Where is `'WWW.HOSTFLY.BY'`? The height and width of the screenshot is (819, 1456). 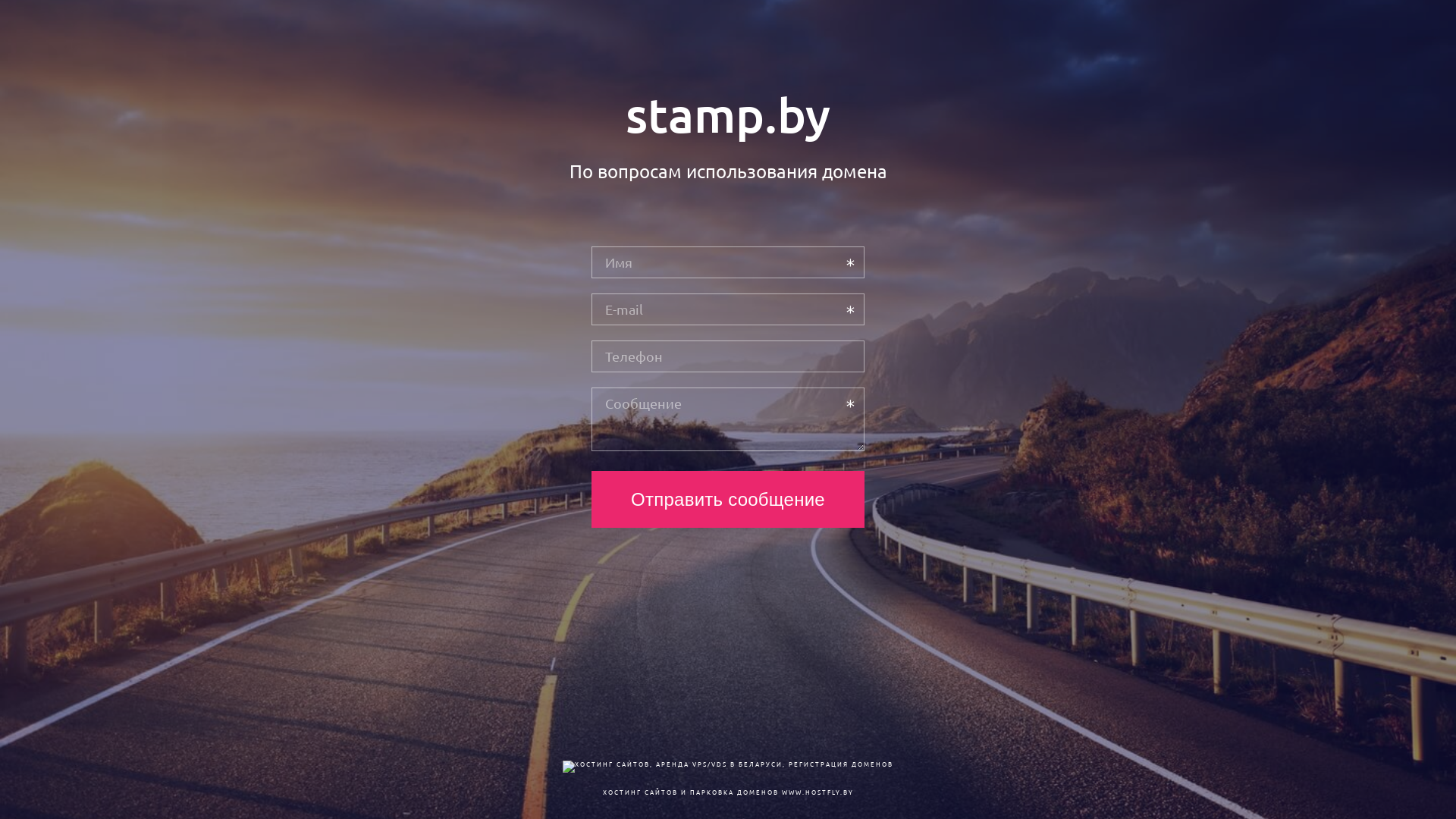
'WWW.HOSTFLY.BY' is located at coordinates (816, 791).